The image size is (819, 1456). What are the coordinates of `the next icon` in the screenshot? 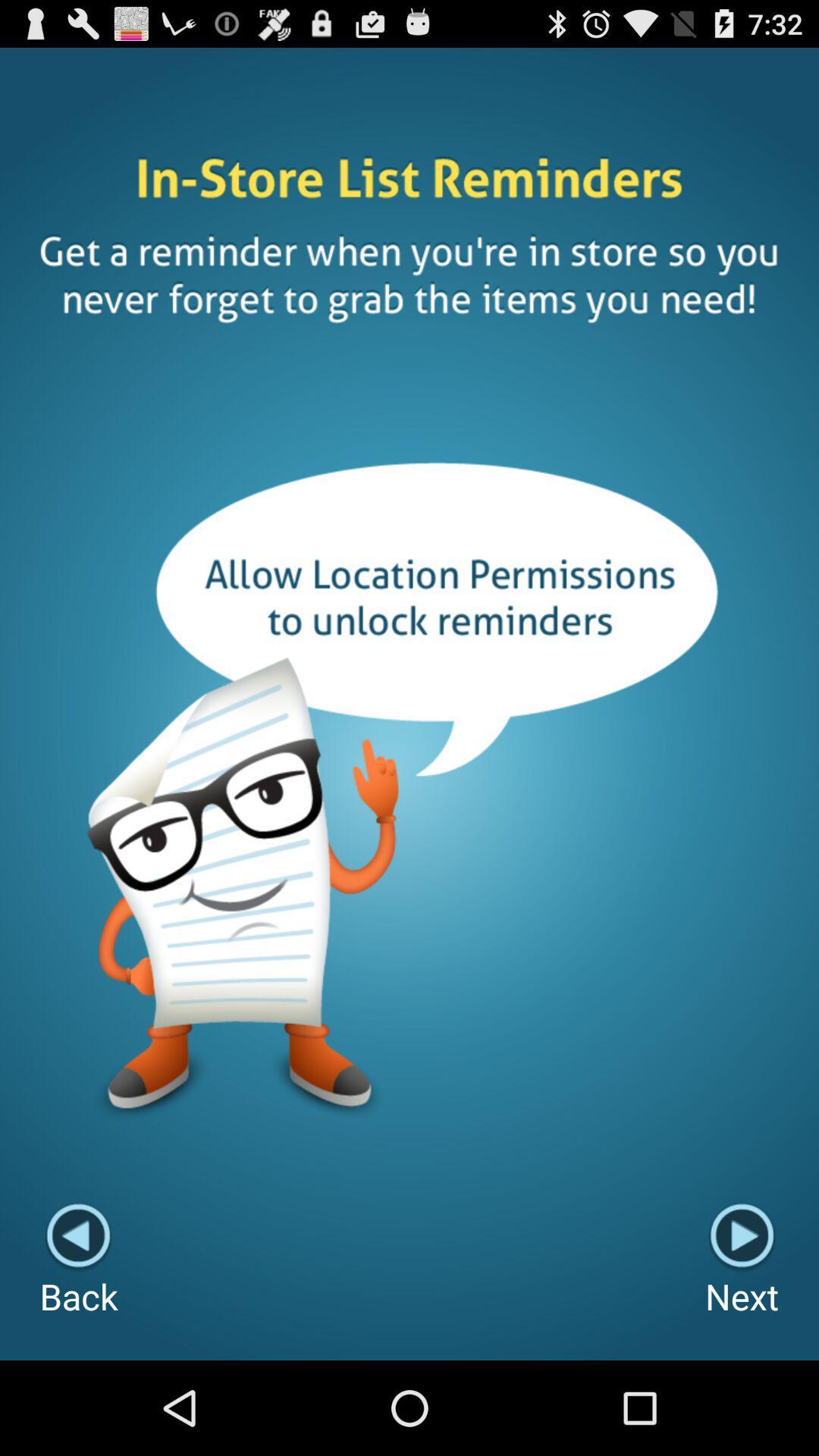 It's located at (741, 1261).